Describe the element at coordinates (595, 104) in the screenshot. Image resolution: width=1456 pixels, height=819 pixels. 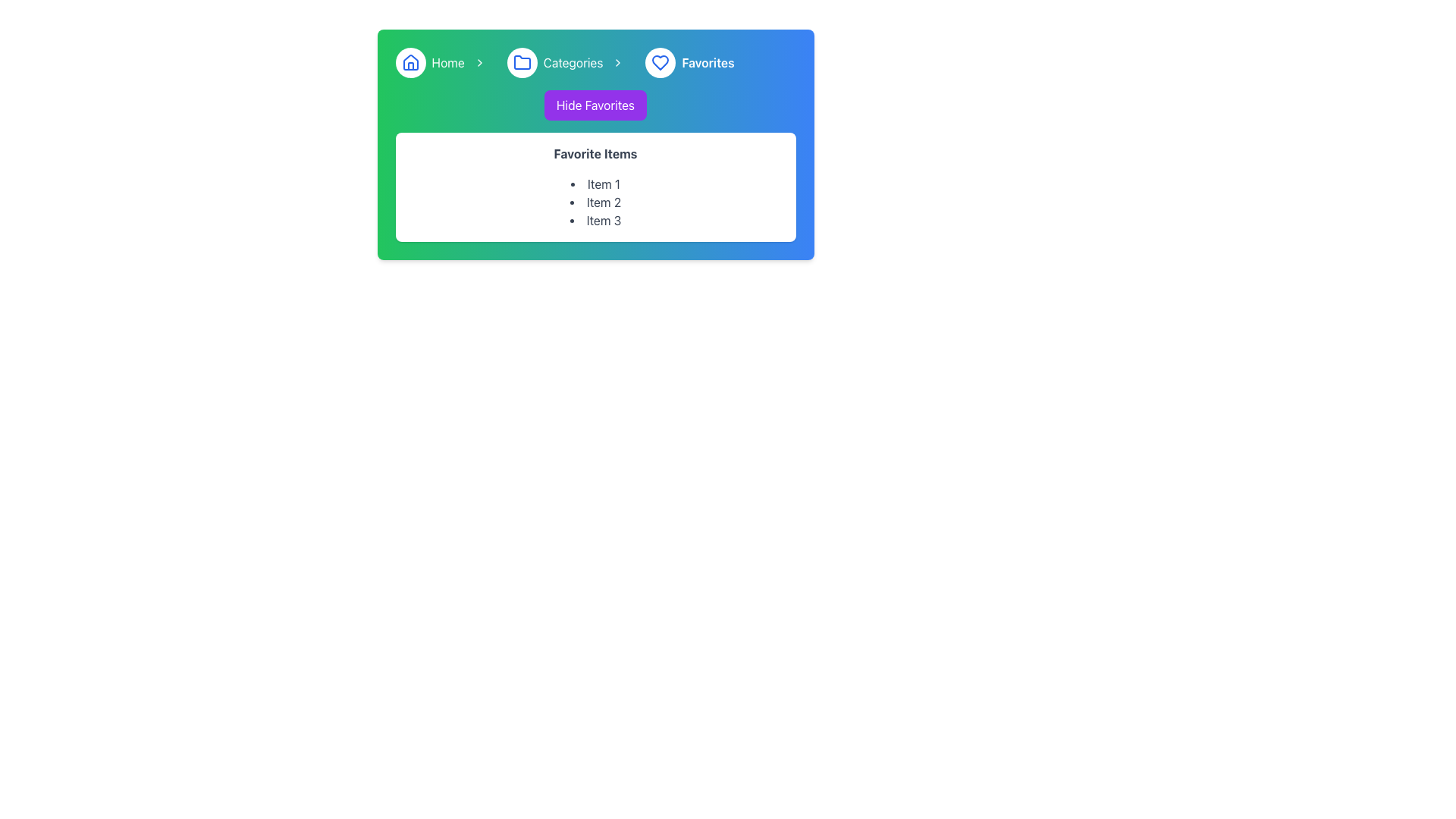
I see `the 'Hide Favorites' button, which is a deep purple rounded rectangular button with white text, to observe its hover effect` at that location.